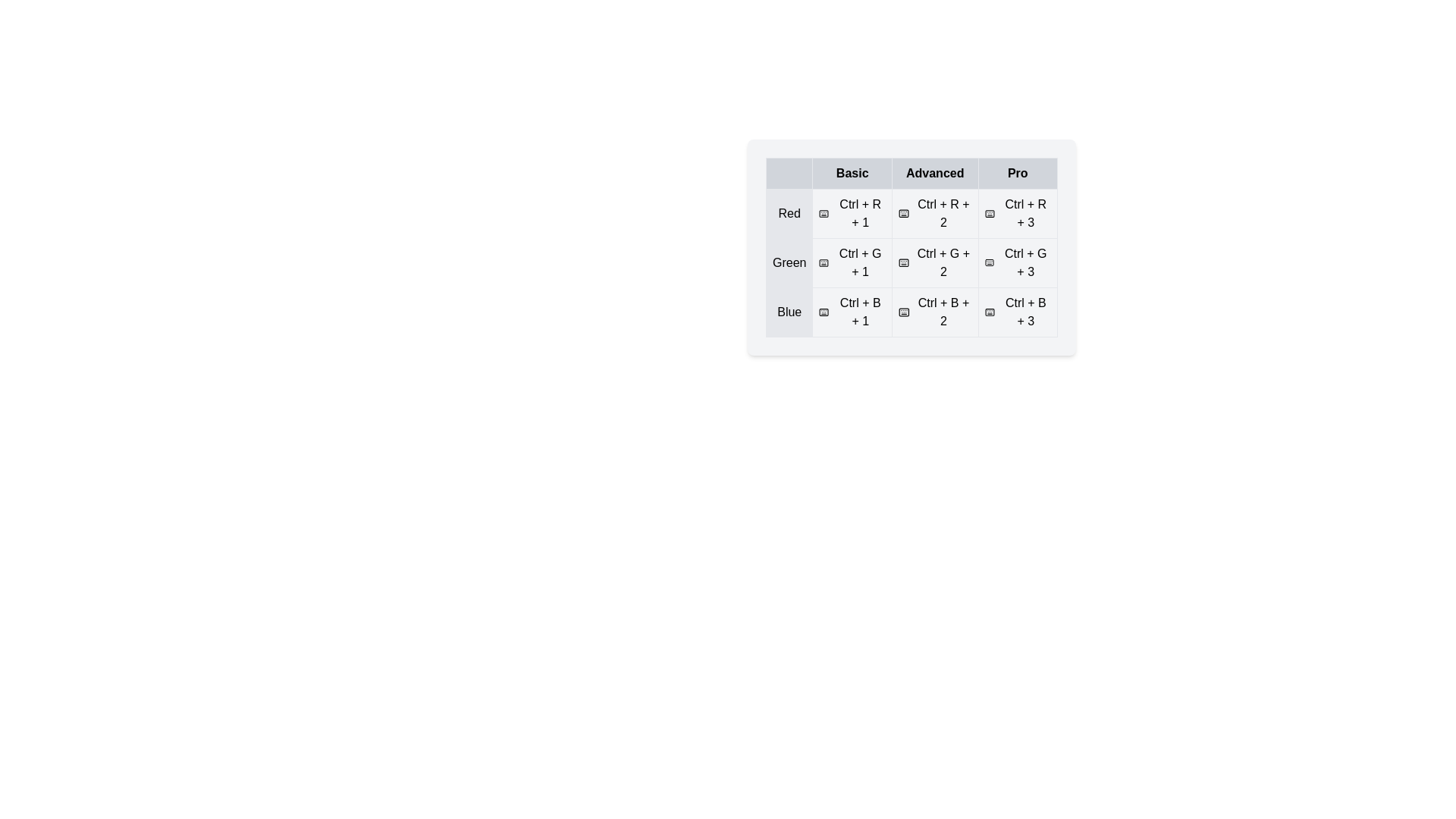 This screenshot has height=819, width=1456. What do you see at coordinates (911, 172) in the screenshot?
I see `the Text Label Group which serves as the category header for the columns labeled 'Red,' 'Green,' and 'Blue' in the table` at bounding box center [911, 172].